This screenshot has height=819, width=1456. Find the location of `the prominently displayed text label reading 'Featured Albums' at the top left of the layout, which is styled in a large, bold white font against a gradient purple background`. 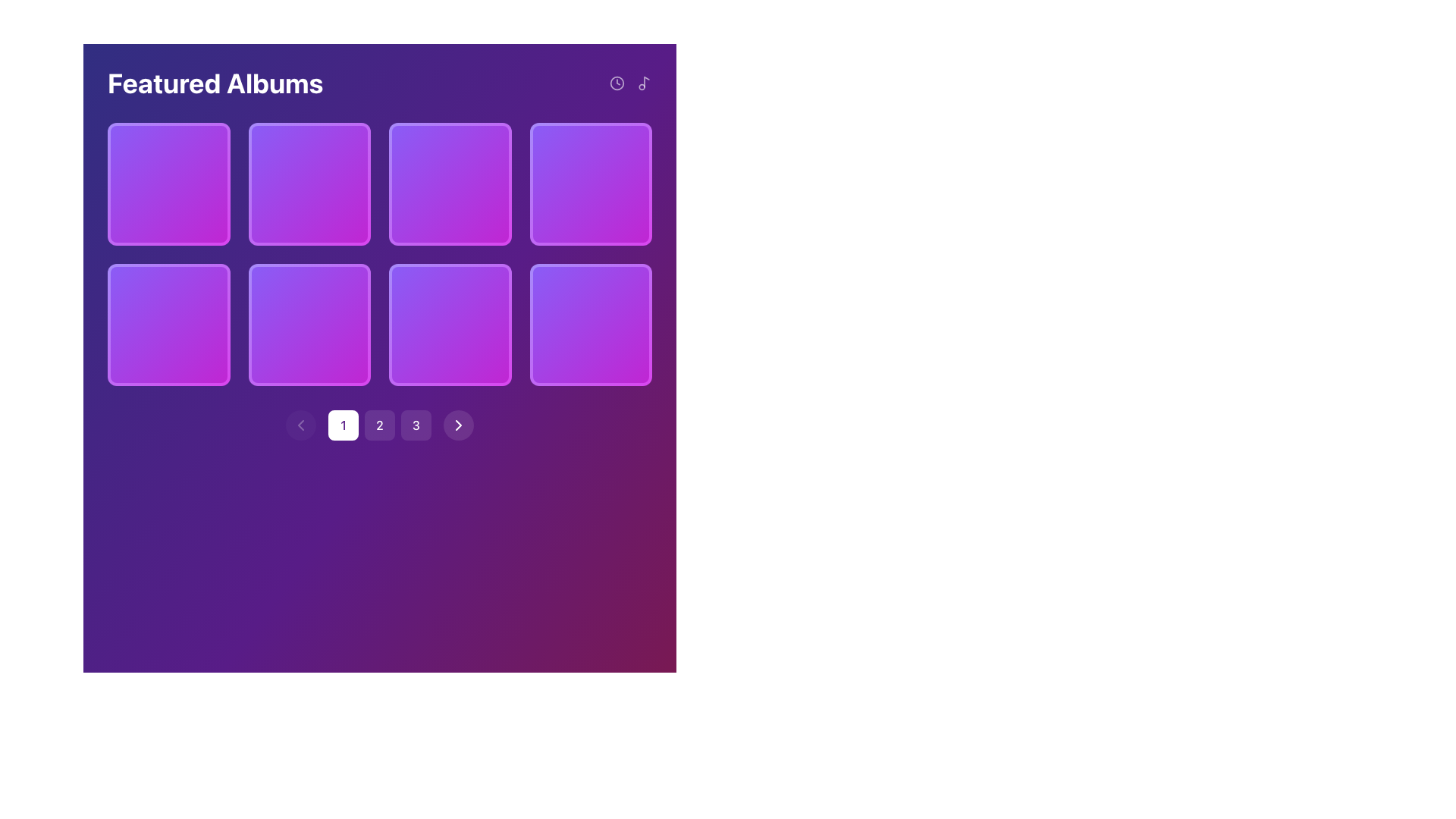

the prominently displayed text label reading 'Featured Albums' at the top left of the layout, which is styled in a large, bold white font against a gradient purple background is located at coordinates (215, 83).